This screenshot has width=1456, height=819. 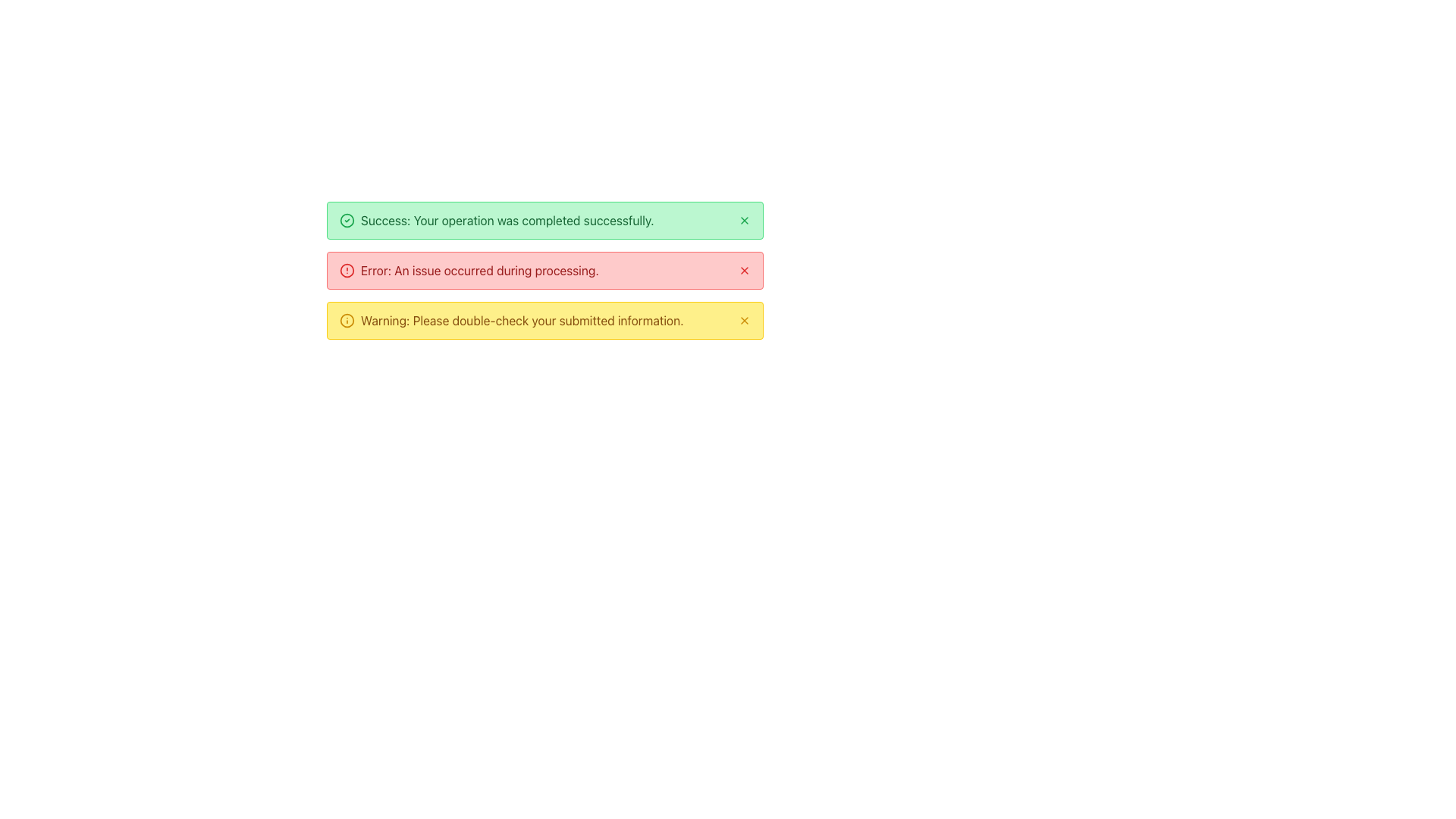 I want to click on the 'information' icon located at the far left of the warning message in the yellow section, which is visually distinct due to its circular shape and color, so click(x=346, y=320).